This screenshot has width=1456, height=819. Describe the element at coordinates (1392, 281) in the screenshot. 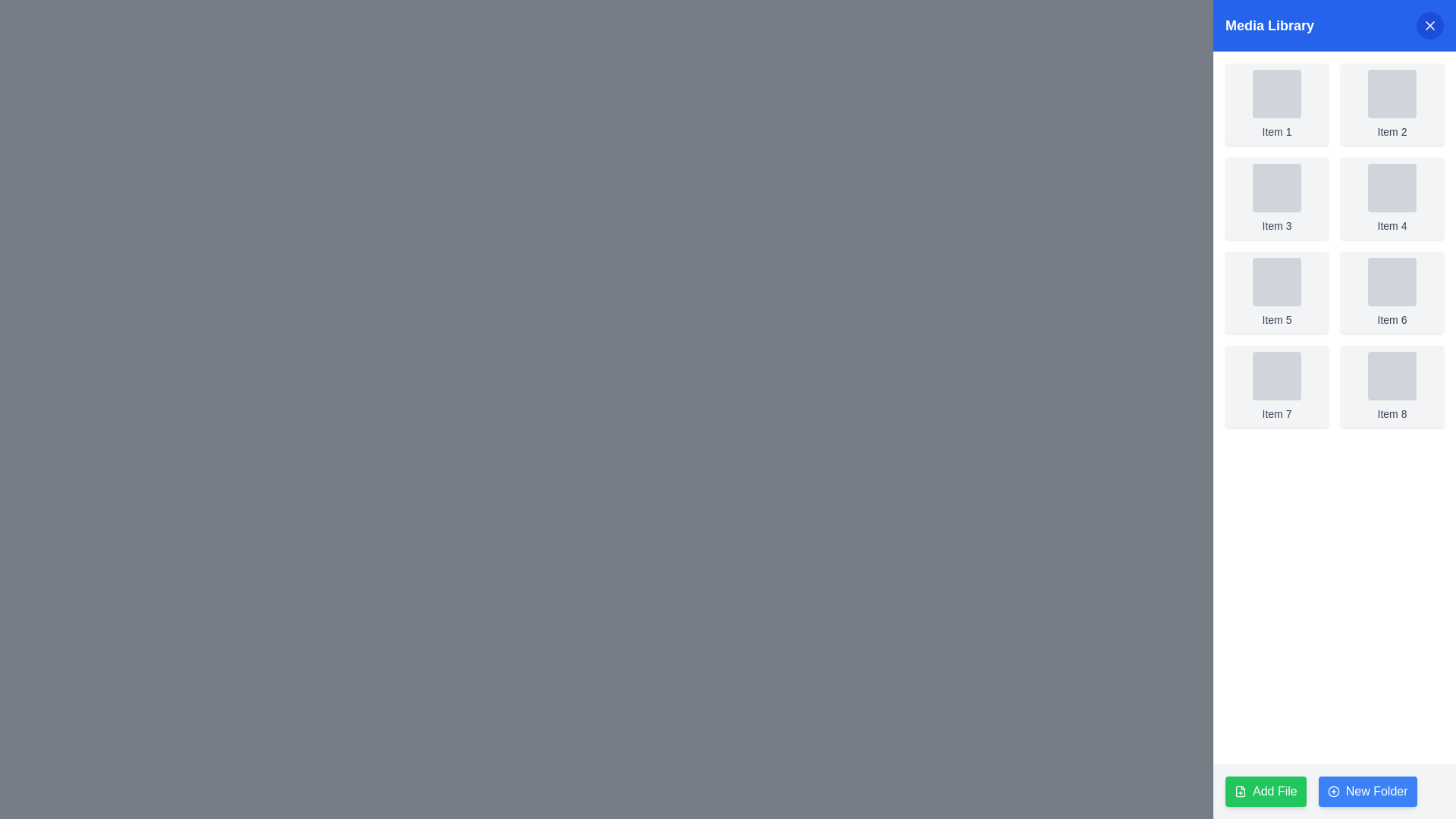

I see `the decorative element associated with 'Item 6', which is located in the second row, first column of its grid layout` at that location.